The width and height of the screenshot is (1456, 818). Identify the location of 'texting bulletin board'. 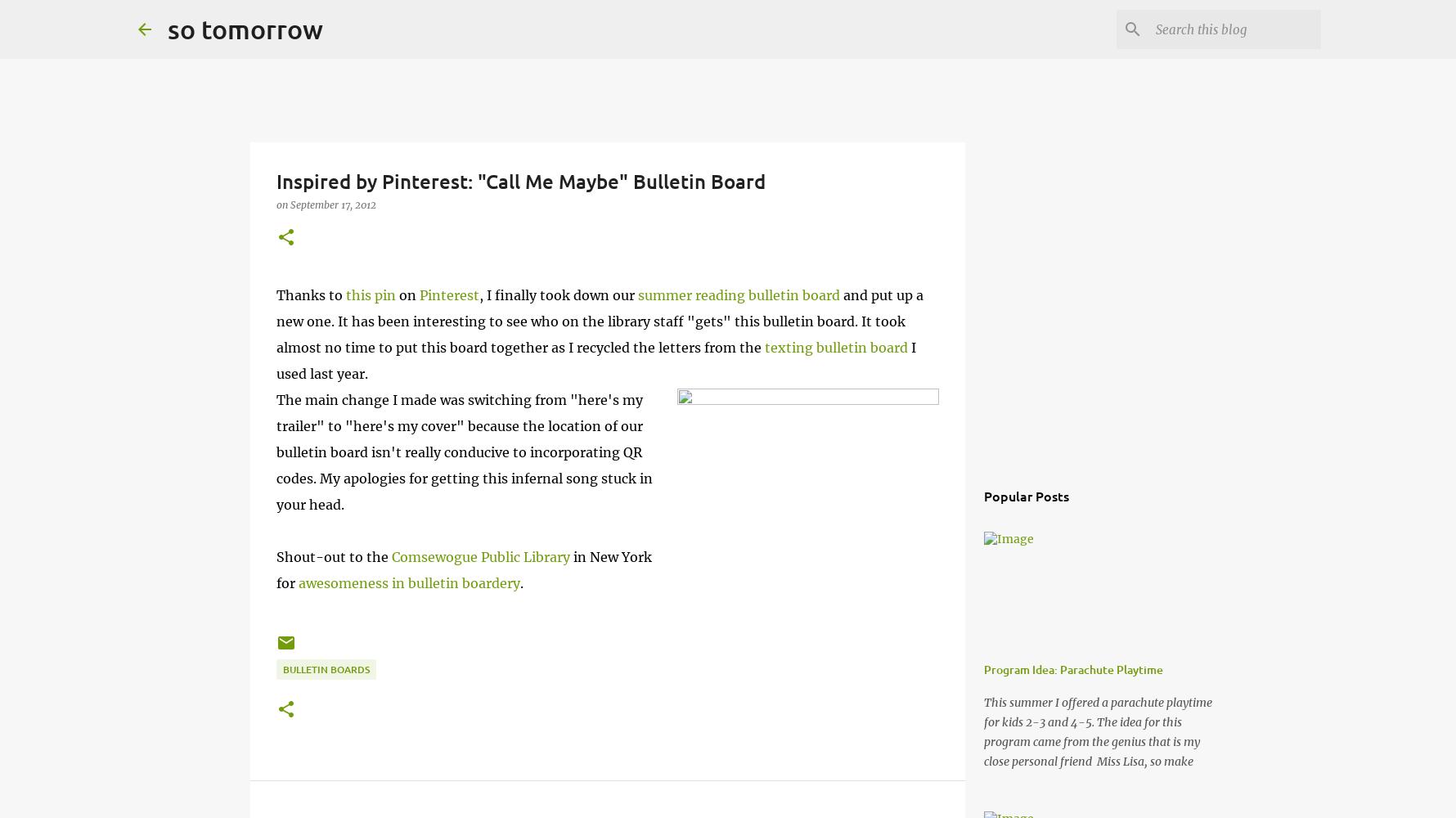
(763, 348).